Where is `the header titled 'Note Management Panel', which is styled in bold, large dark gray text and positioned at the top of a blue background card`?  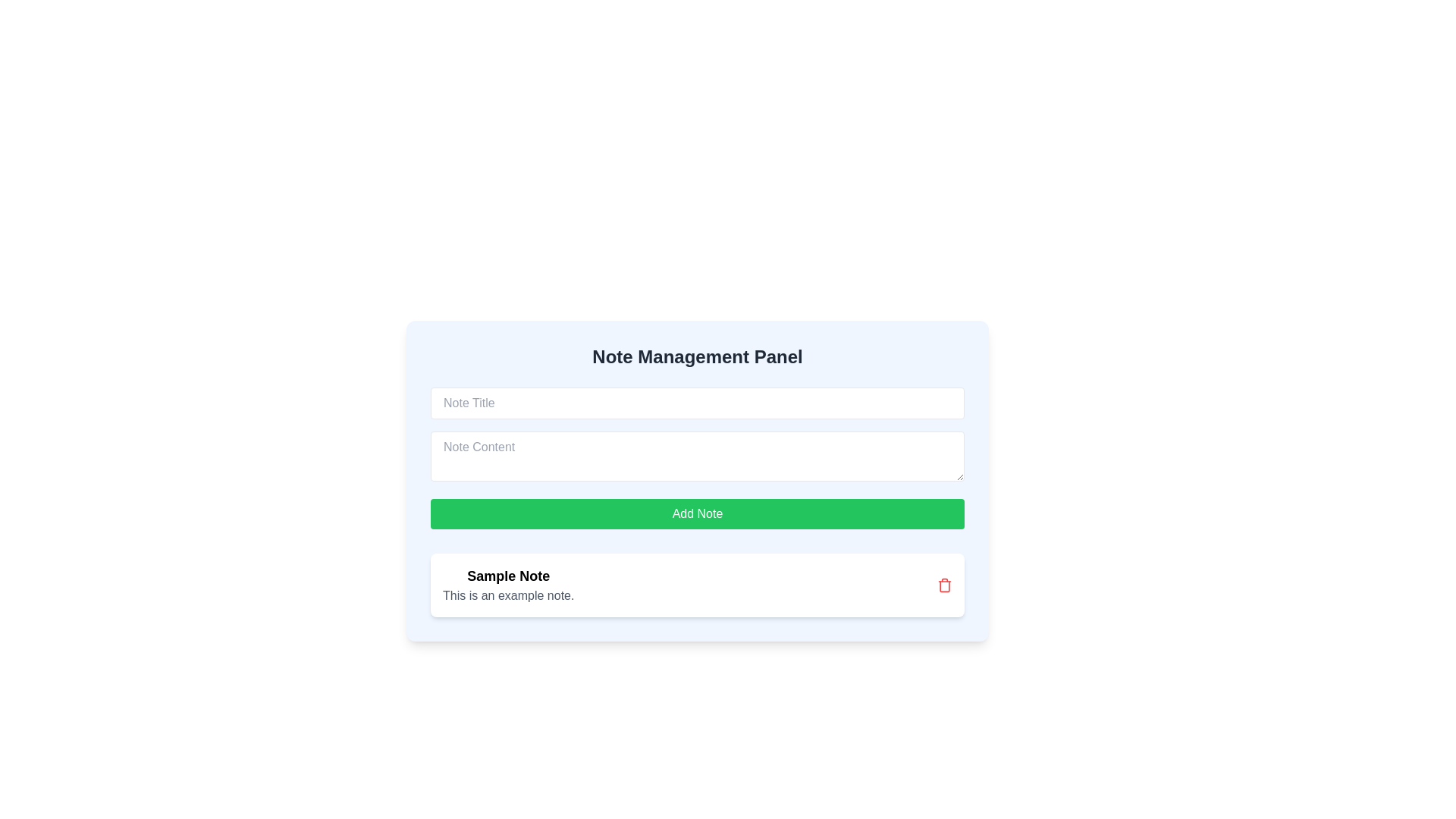 the header titled 'Note Management Panel', which is styled in bold, large dark gray text and positioned at the top of a blue background card is located at coordinates (697, 356).